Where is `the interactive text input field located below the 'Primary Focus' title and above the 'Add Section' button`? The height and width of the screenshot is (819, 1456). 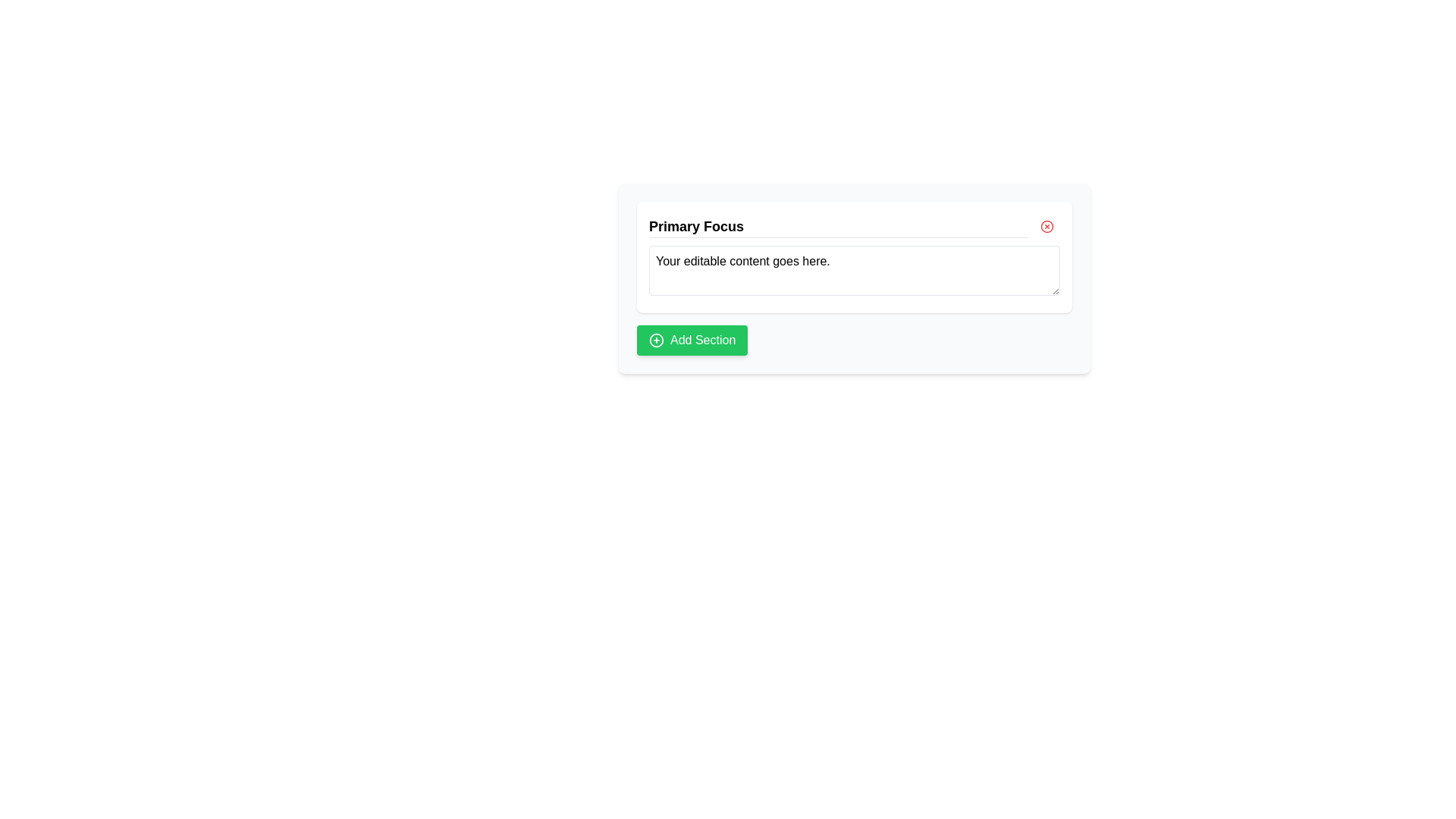 the interactive text input field located below the 'Primary Focus' title and above the 'Add Section' button is located at coordinates (855, 278).